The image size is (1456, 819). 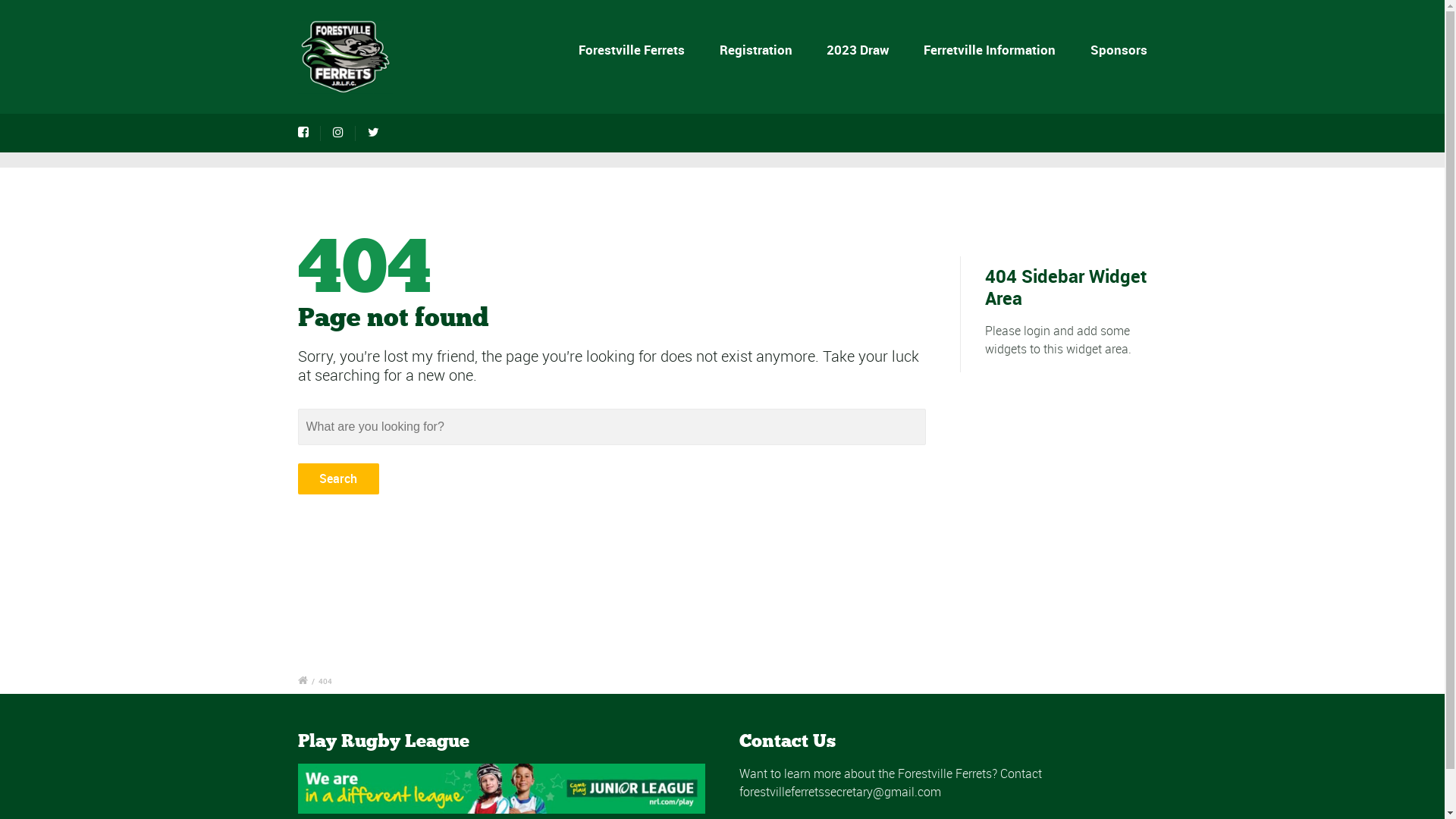 I want to click on 'Sponsors', so click(x=1086, y=49).